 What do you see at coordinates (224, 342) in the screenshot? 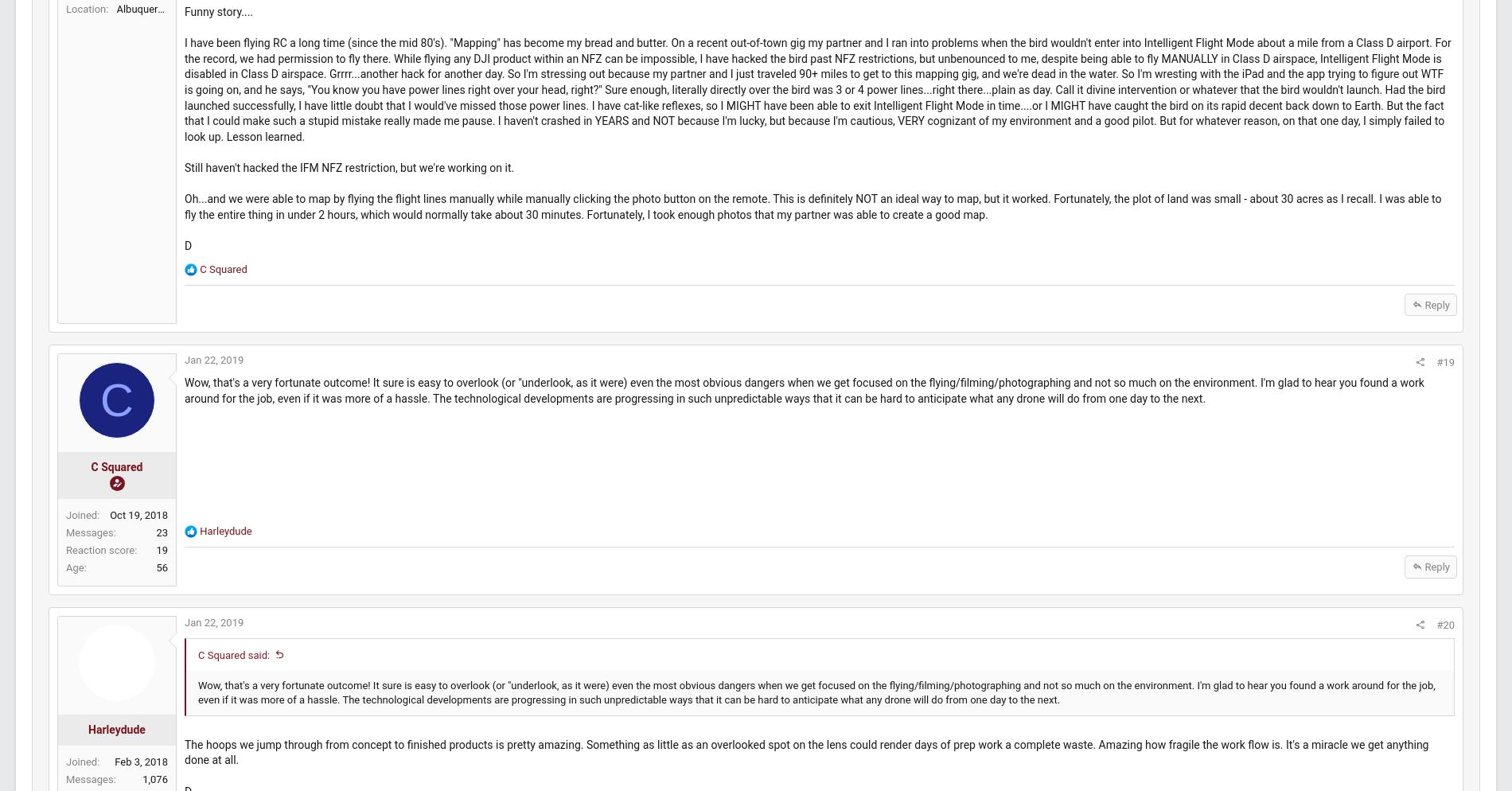
I see `'D'` at bounding box center [224, 342].